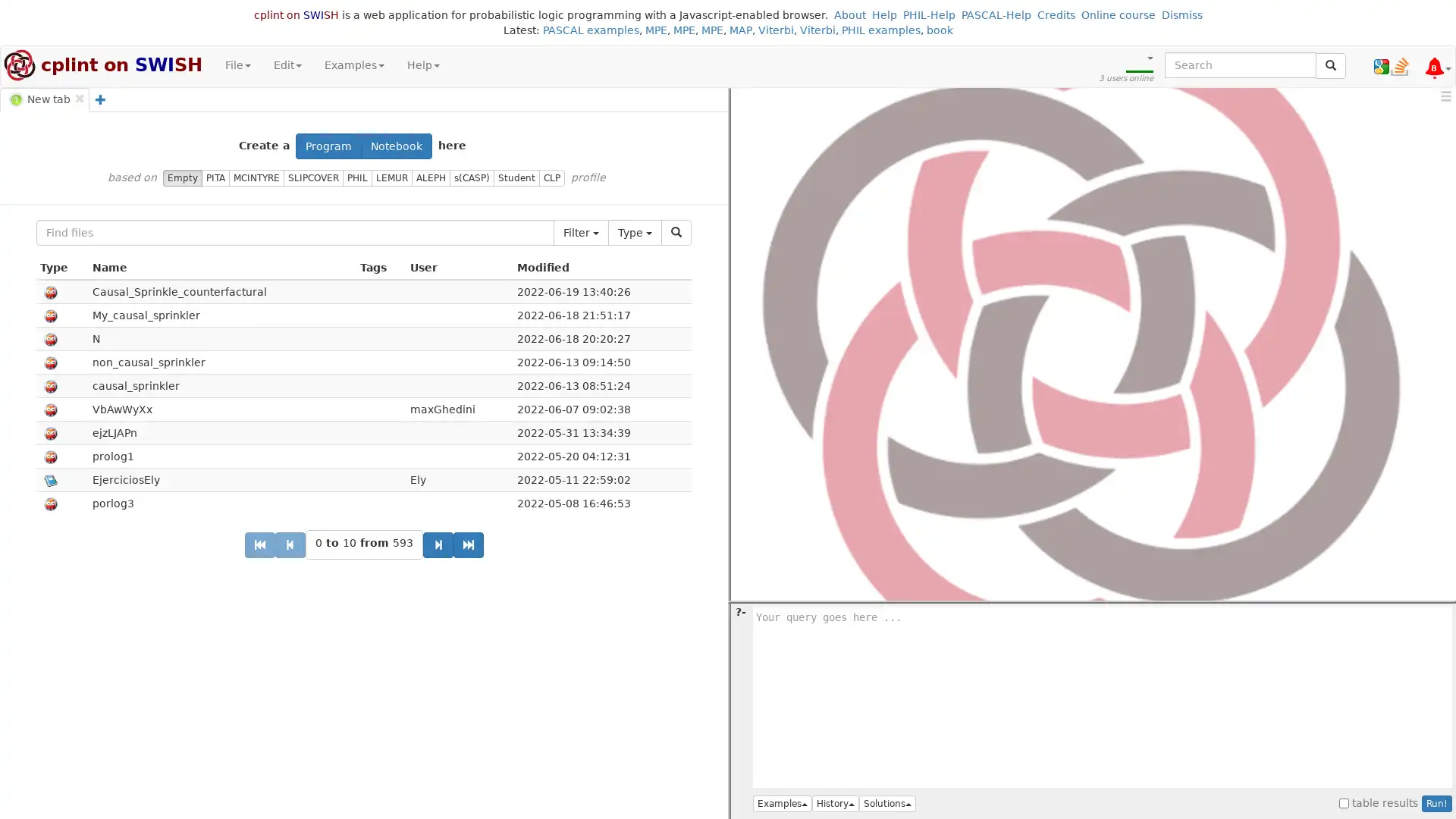 This screenshot has width=1456, height=819. Describe the element at coordinates (835, 803) in the screenshot. I see `History` at that location.